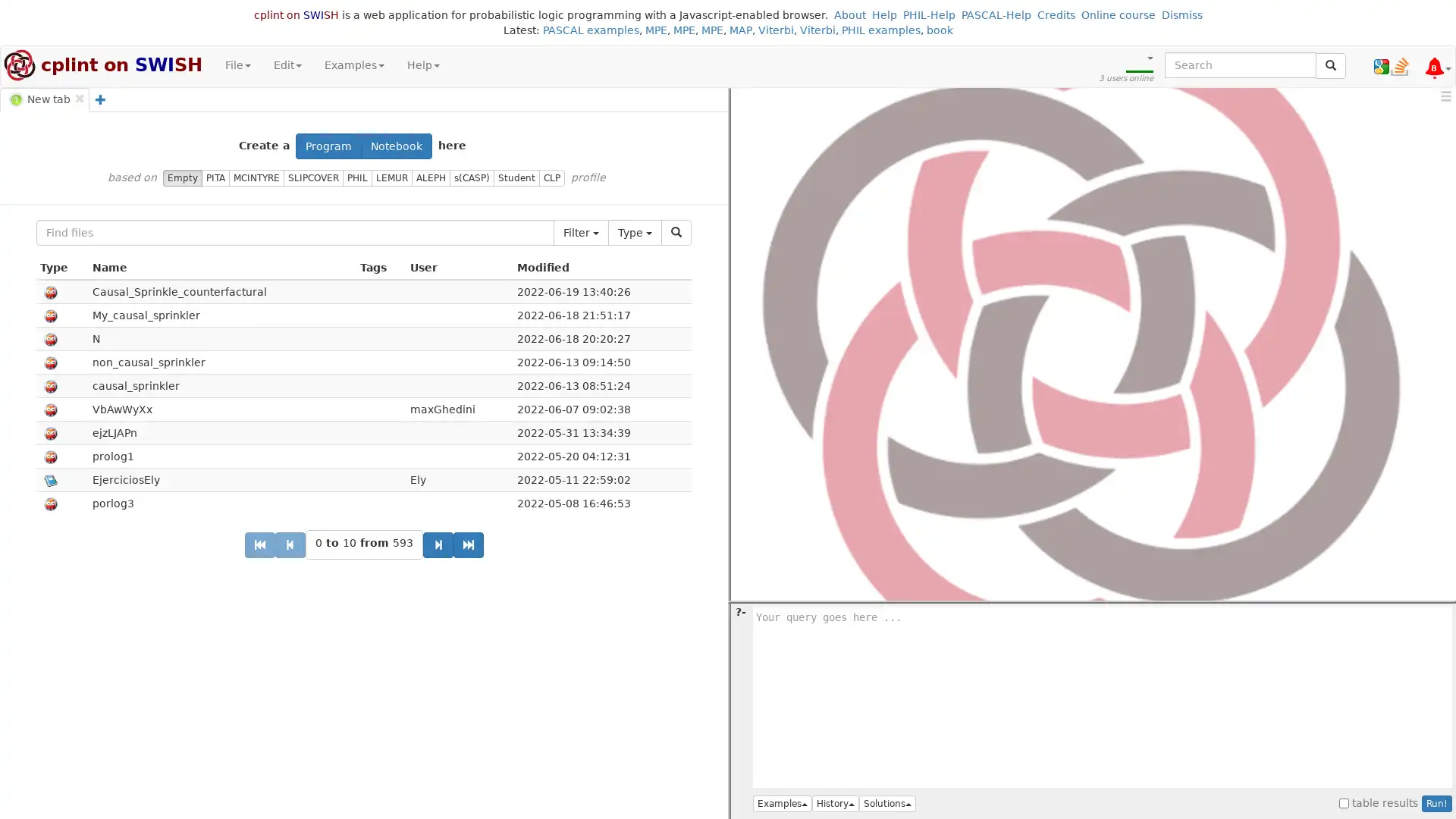 This screenshot has width=1456, height=819. Describe the element at coordinates (835, 803) in the screenshot. I see `History` at that location.